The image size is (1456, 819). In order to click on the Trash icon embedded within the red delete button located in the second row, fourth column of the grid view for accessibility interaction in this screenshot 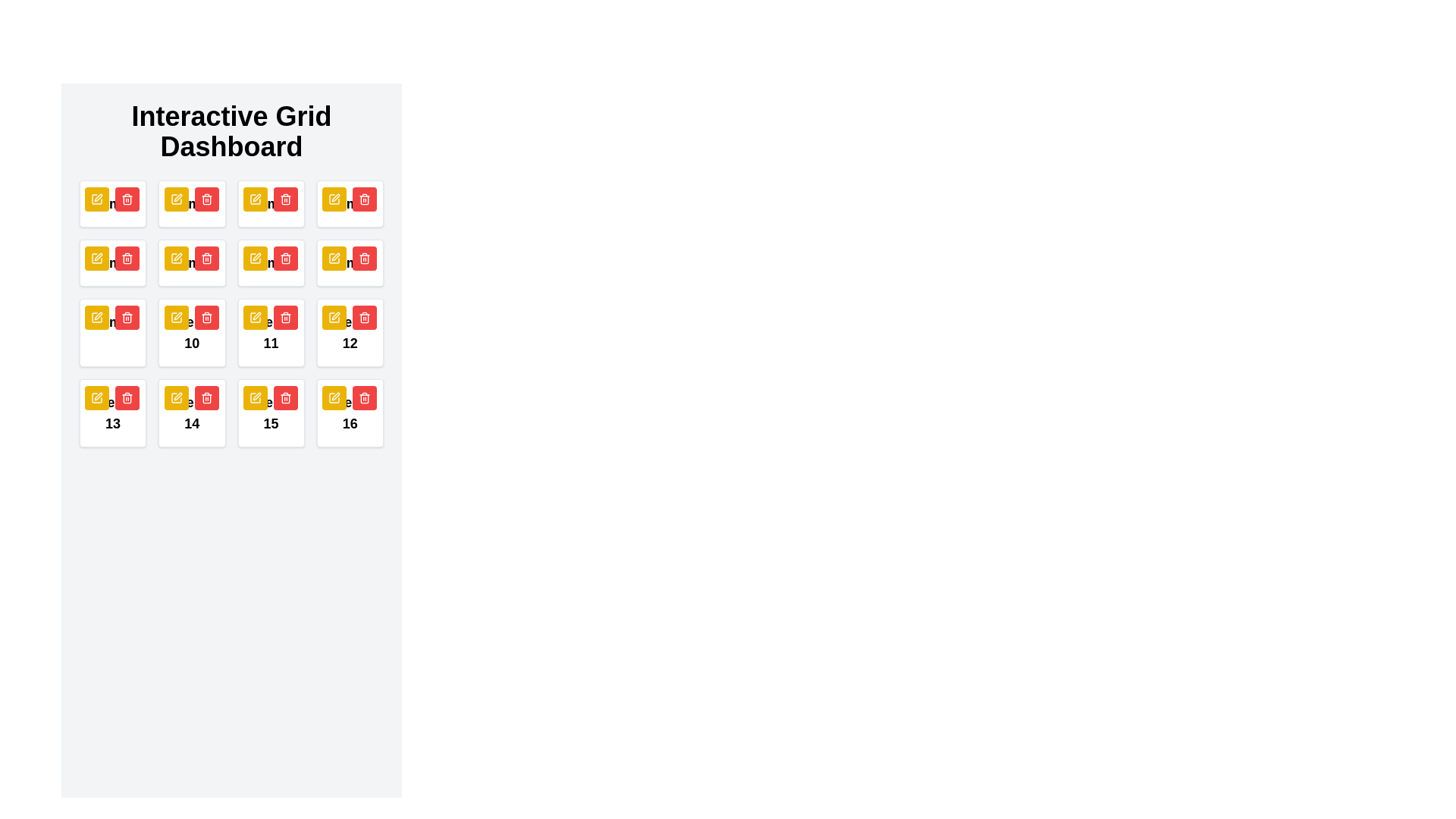, I will do `click(364, 198)`.